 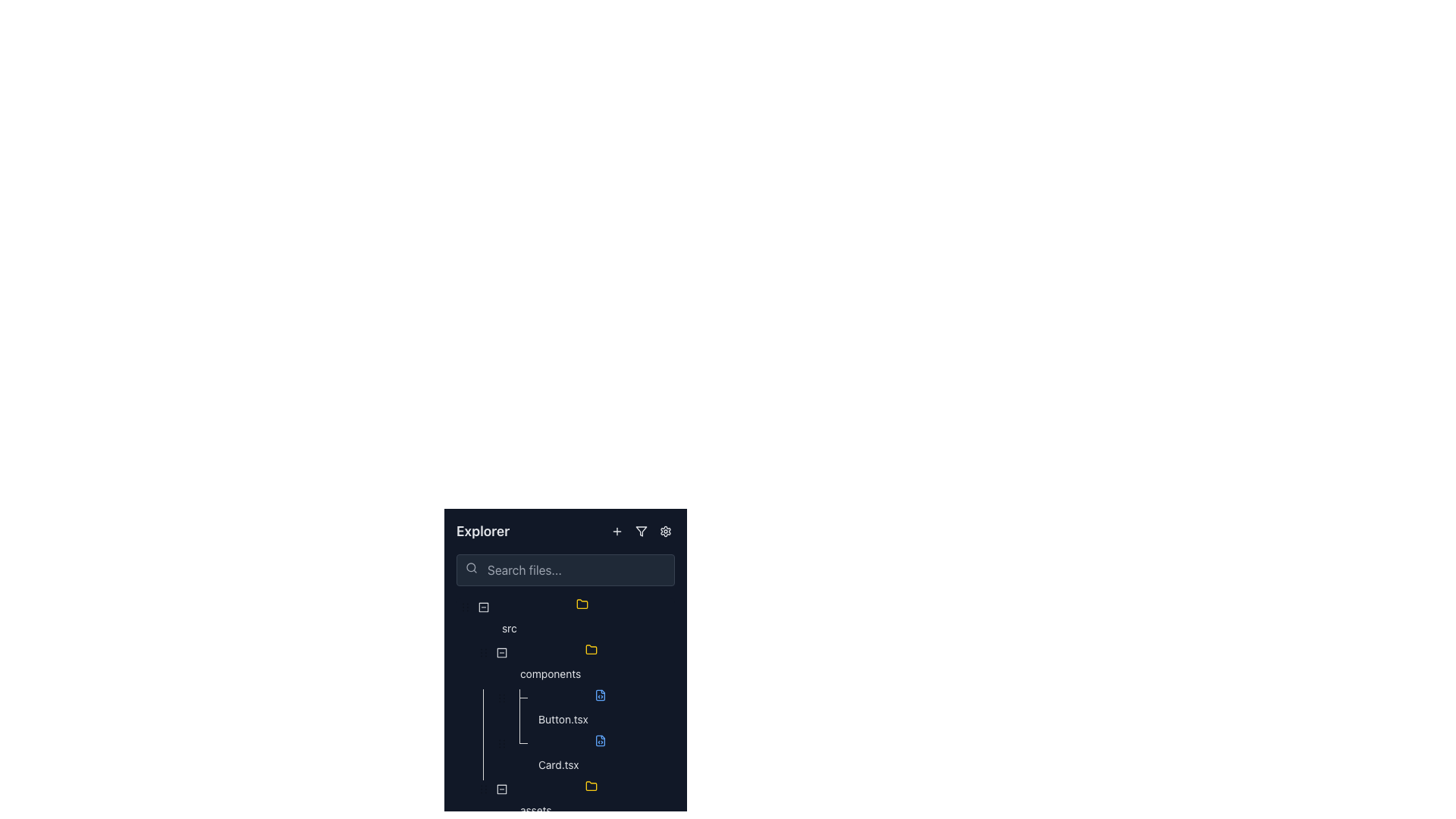 I want to click on the filtering icon located in the top-right corner of the explorer panel for tooltip or context menu, so click(x=641, y=531).